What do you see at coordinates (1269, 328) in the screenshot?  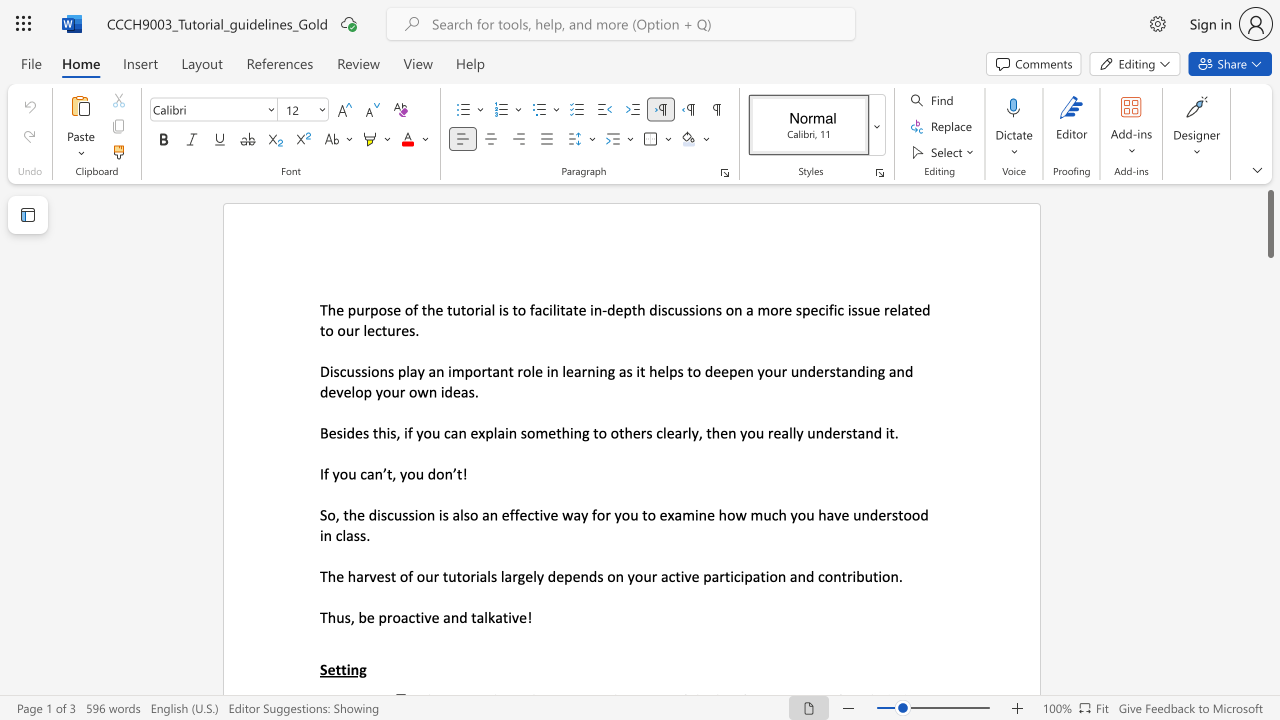 I see `the scrollbar to move the page downward` at bounding box center [1269, 328].